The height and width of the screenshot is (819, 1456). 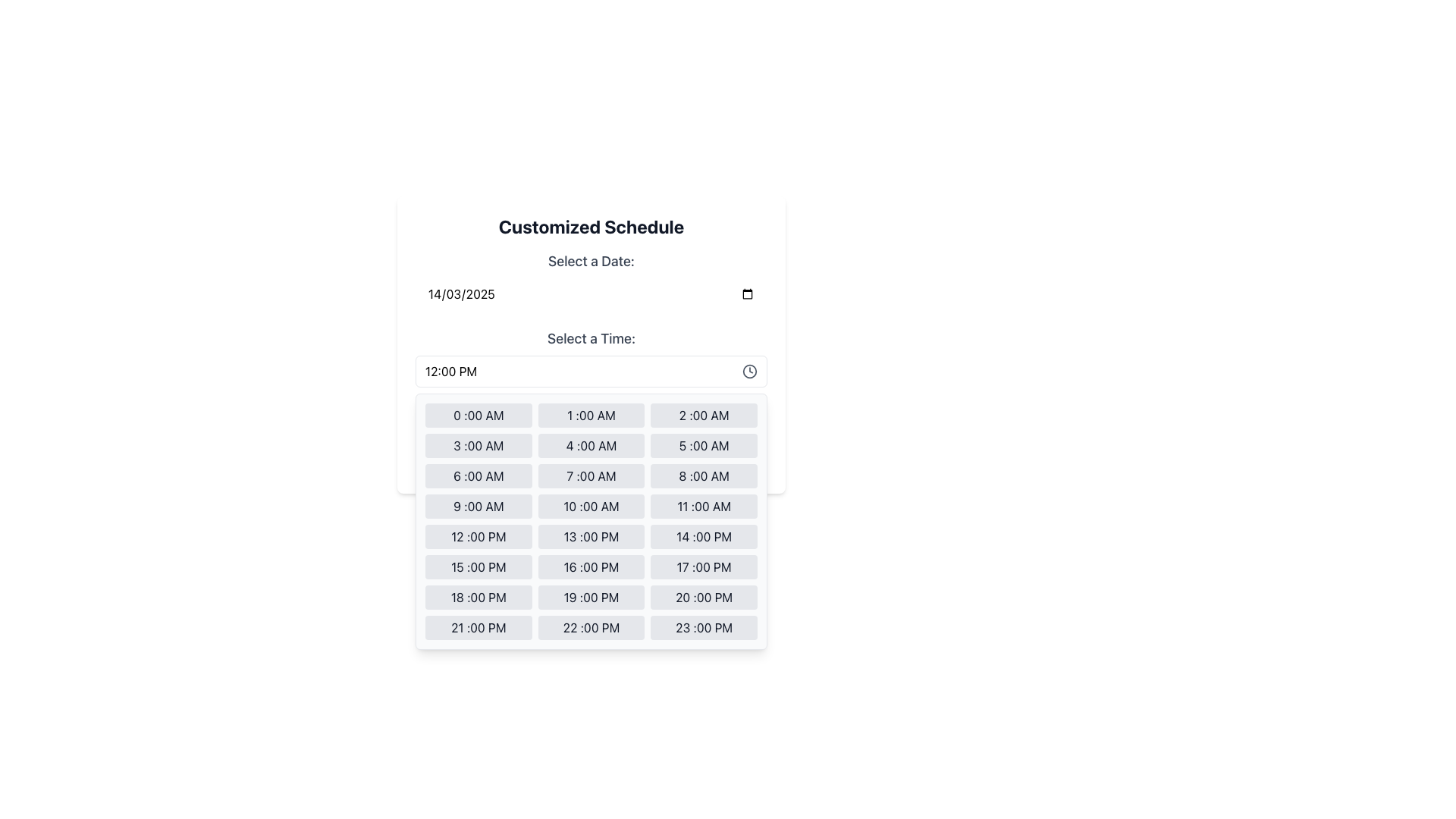 I want to click on the '5:00 AM' button located in the second row and third column of the time selection dropdown, so click(x=703, y=444).